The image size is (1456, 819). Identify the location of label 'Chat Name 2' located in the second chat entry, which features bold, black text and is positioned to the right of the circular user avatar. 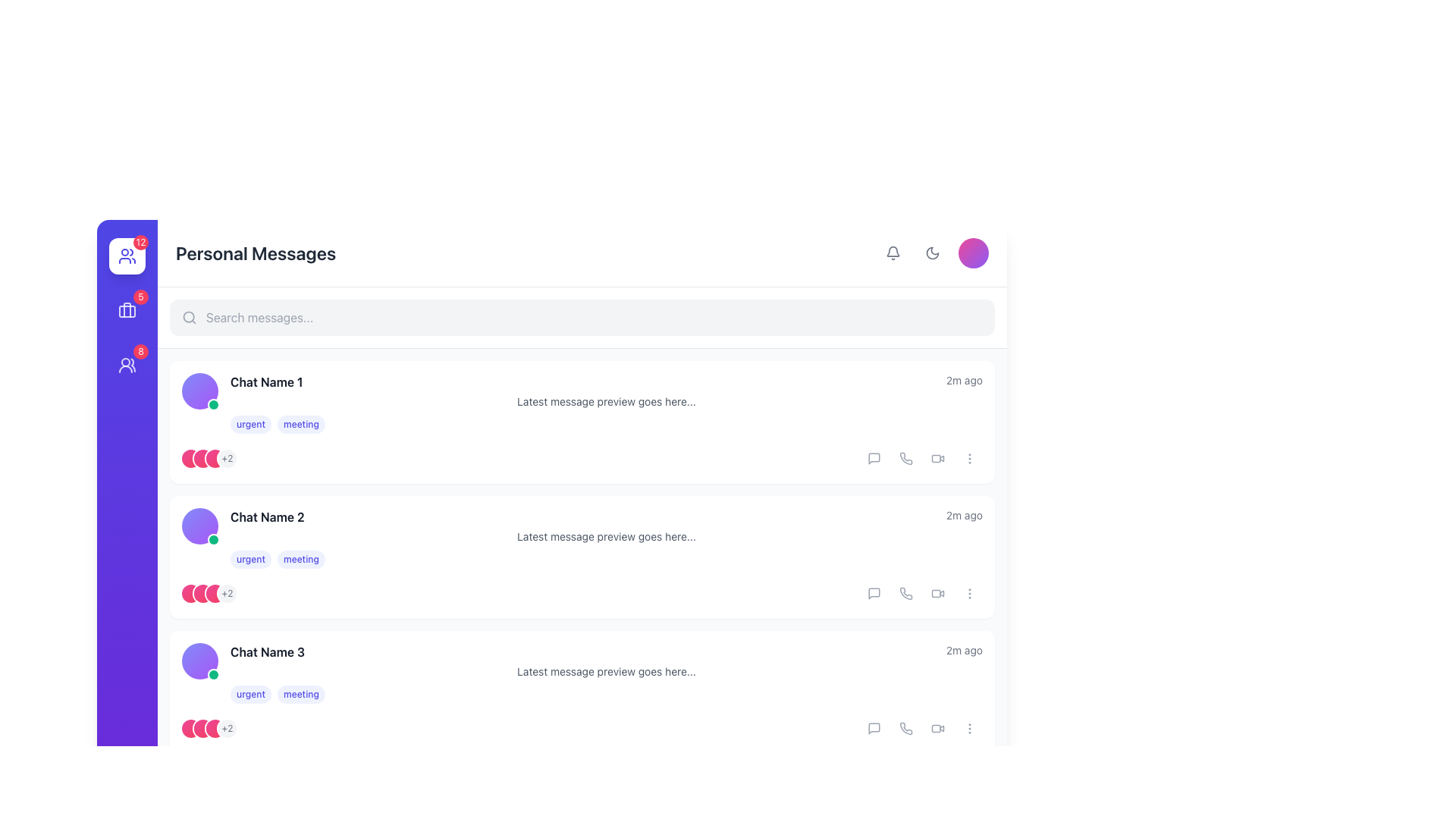
(267, 516).